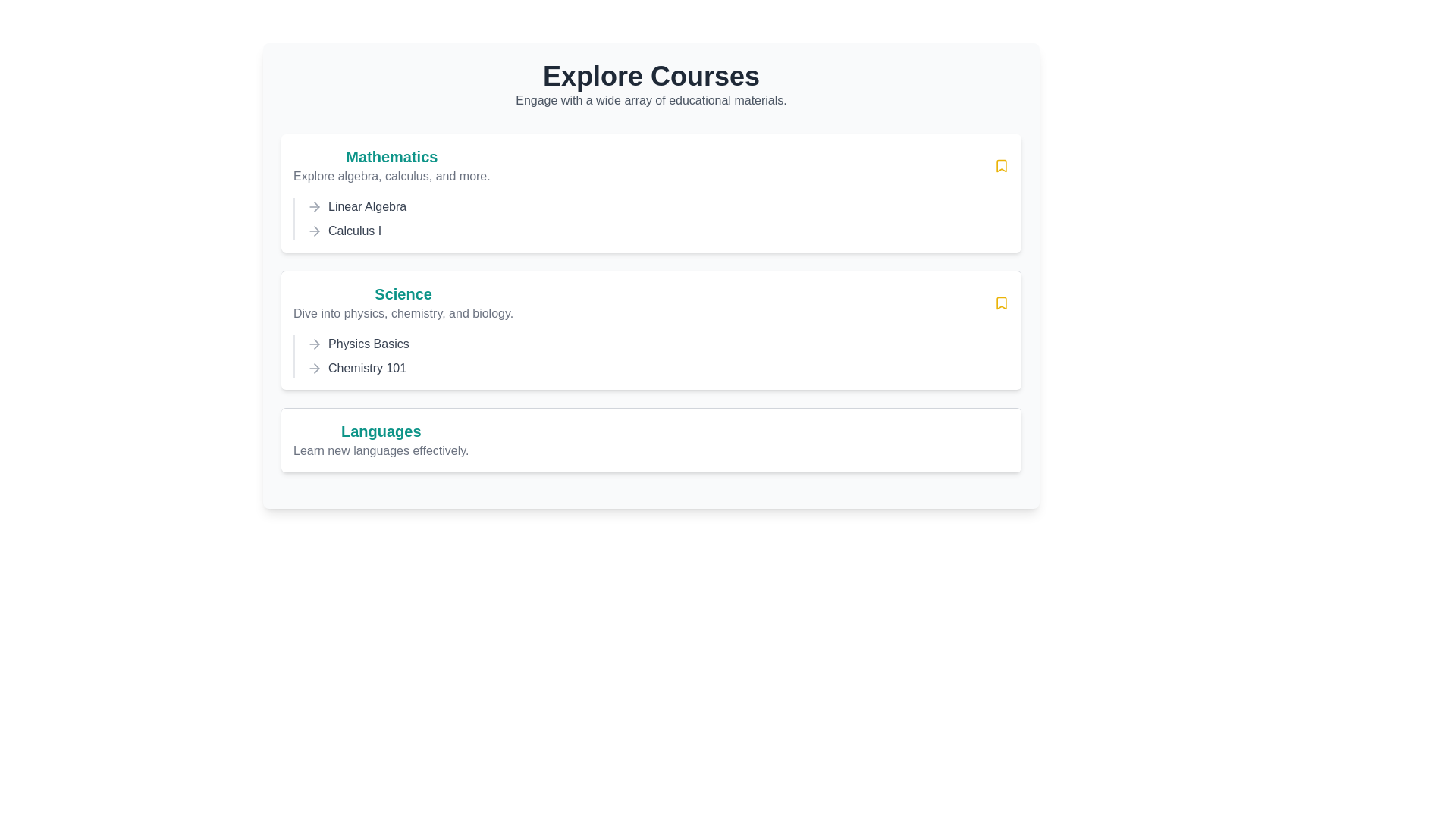  I want to click on the 'Calculus I' hyperlink located in the 'Mathematics' section under 'Linear Algebra' to observe the color change, so click(354, 231).